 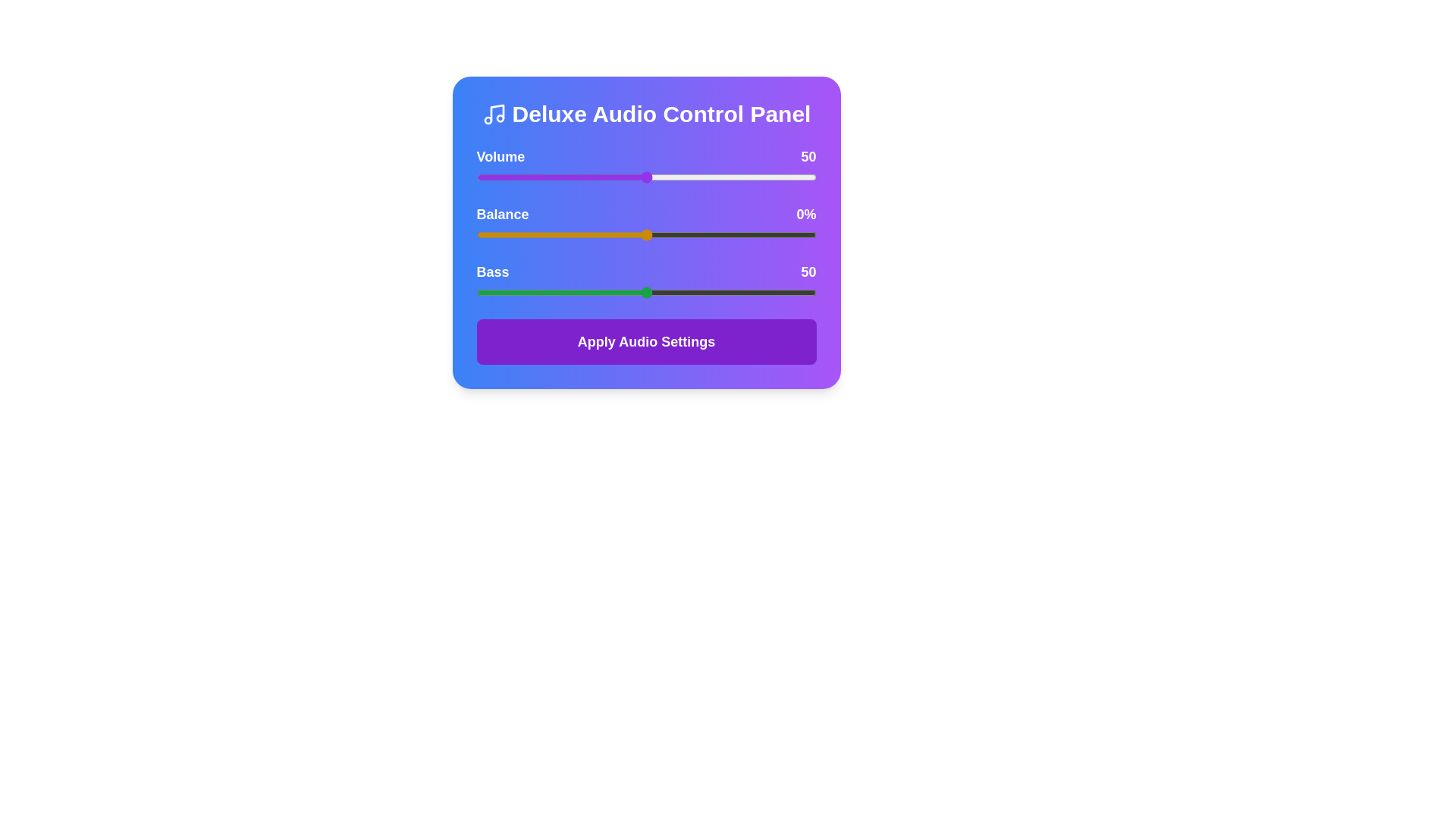 I want to click on the numerical text displaying '50' which is located on the right end of the horizontal slider labeled 'Bass' within the 'Deluxe Audio Control Panel'. This text is the third in a sequence following 'Volume' and 'Balance', so click(x=808, y=271).